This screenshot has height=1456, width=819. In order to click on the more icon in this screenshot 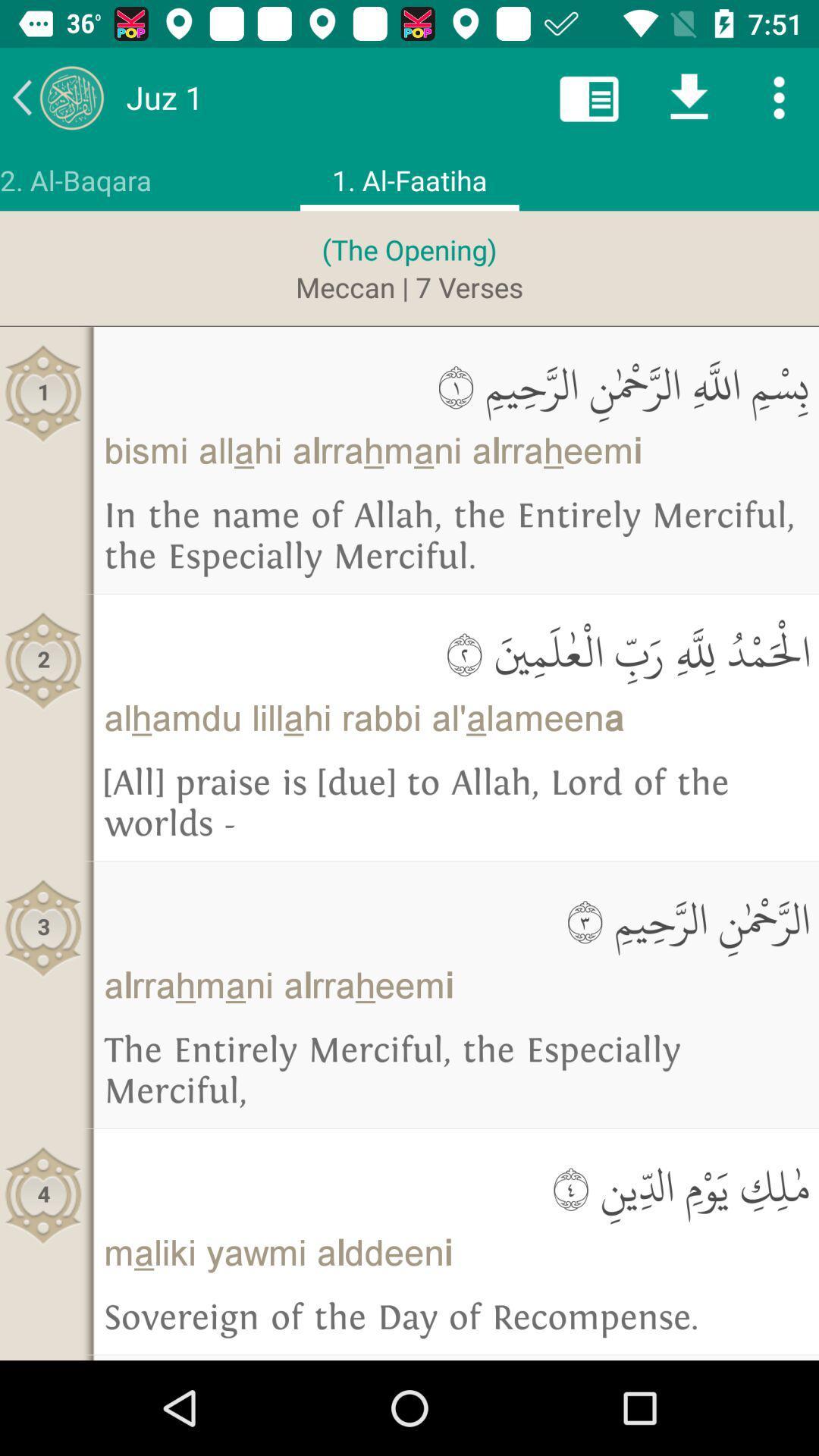, I will do `click(779, 96)`.